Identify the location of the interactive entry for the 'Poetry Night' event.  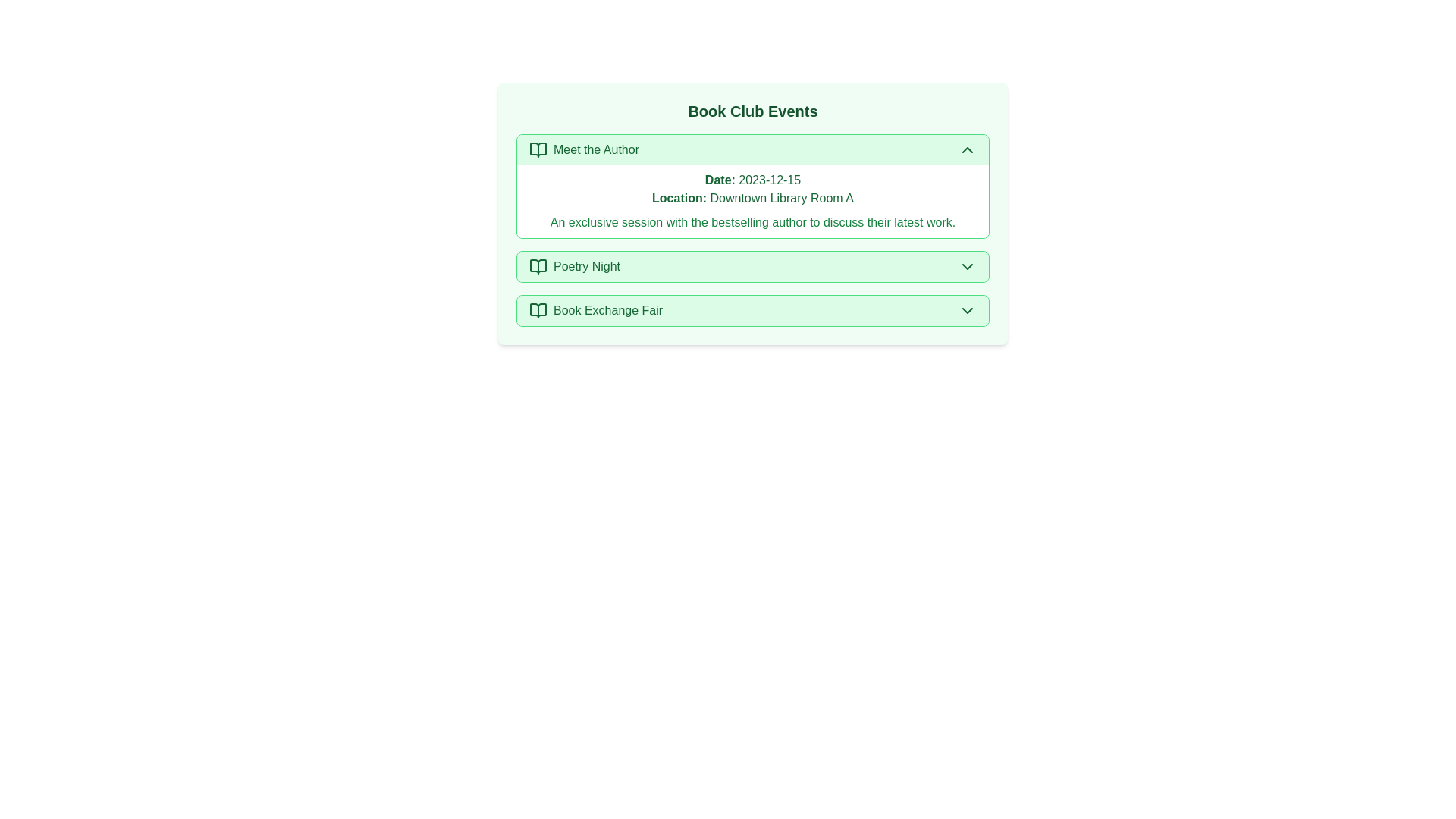
(753, 265).